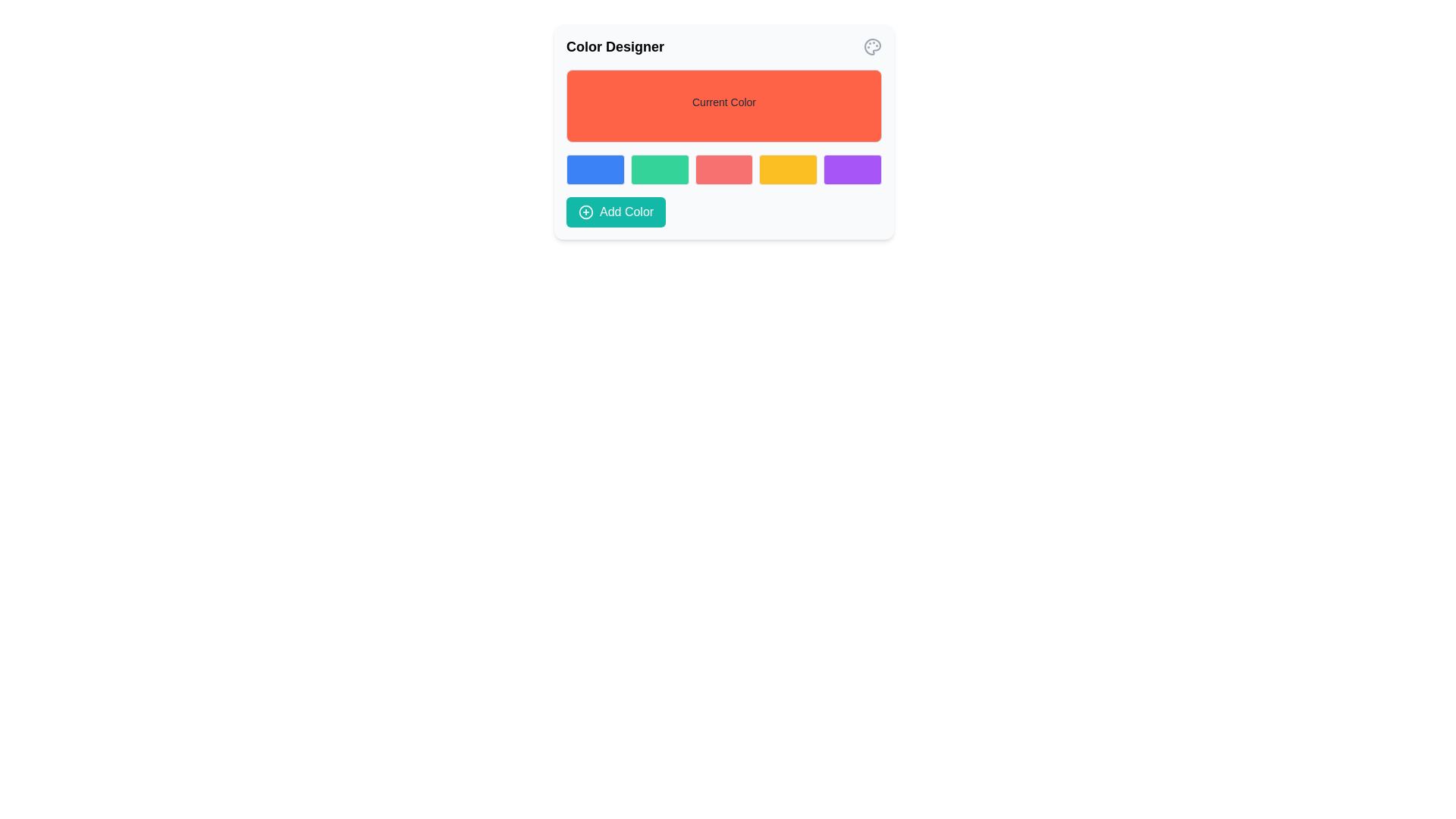 Image resolution: width=1456 pixels, height=819 pixels. Describe the element at coordinates (585, 212) in the screenshot. I see `the circular icon with a plus sign, located to the left of the 'Add Color' label inside the green button in the 'Color Designer' section` at that location.